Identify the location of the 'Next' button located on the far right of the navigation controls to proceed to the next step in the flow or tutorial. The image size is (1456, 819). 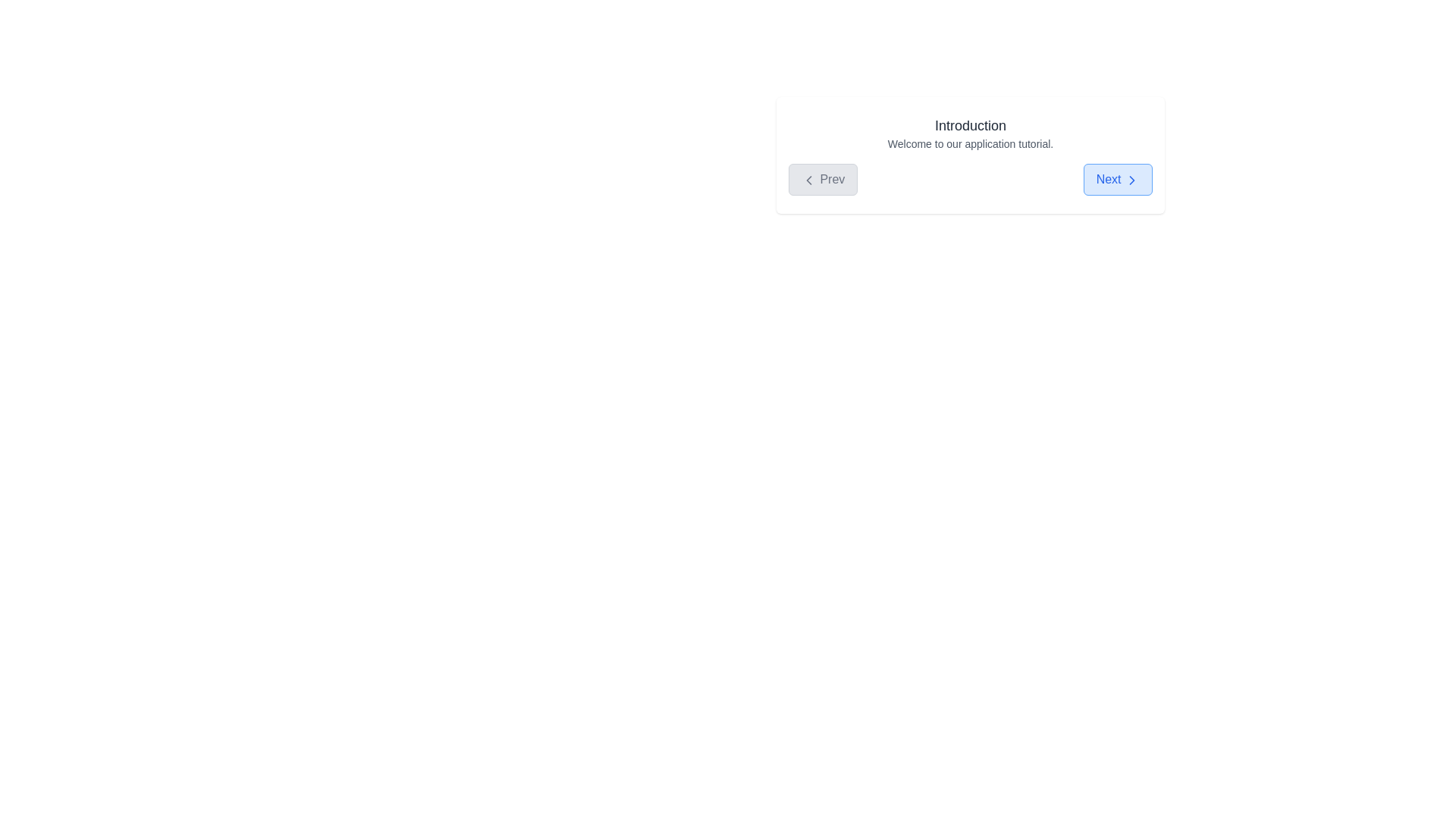
(1118, 178).